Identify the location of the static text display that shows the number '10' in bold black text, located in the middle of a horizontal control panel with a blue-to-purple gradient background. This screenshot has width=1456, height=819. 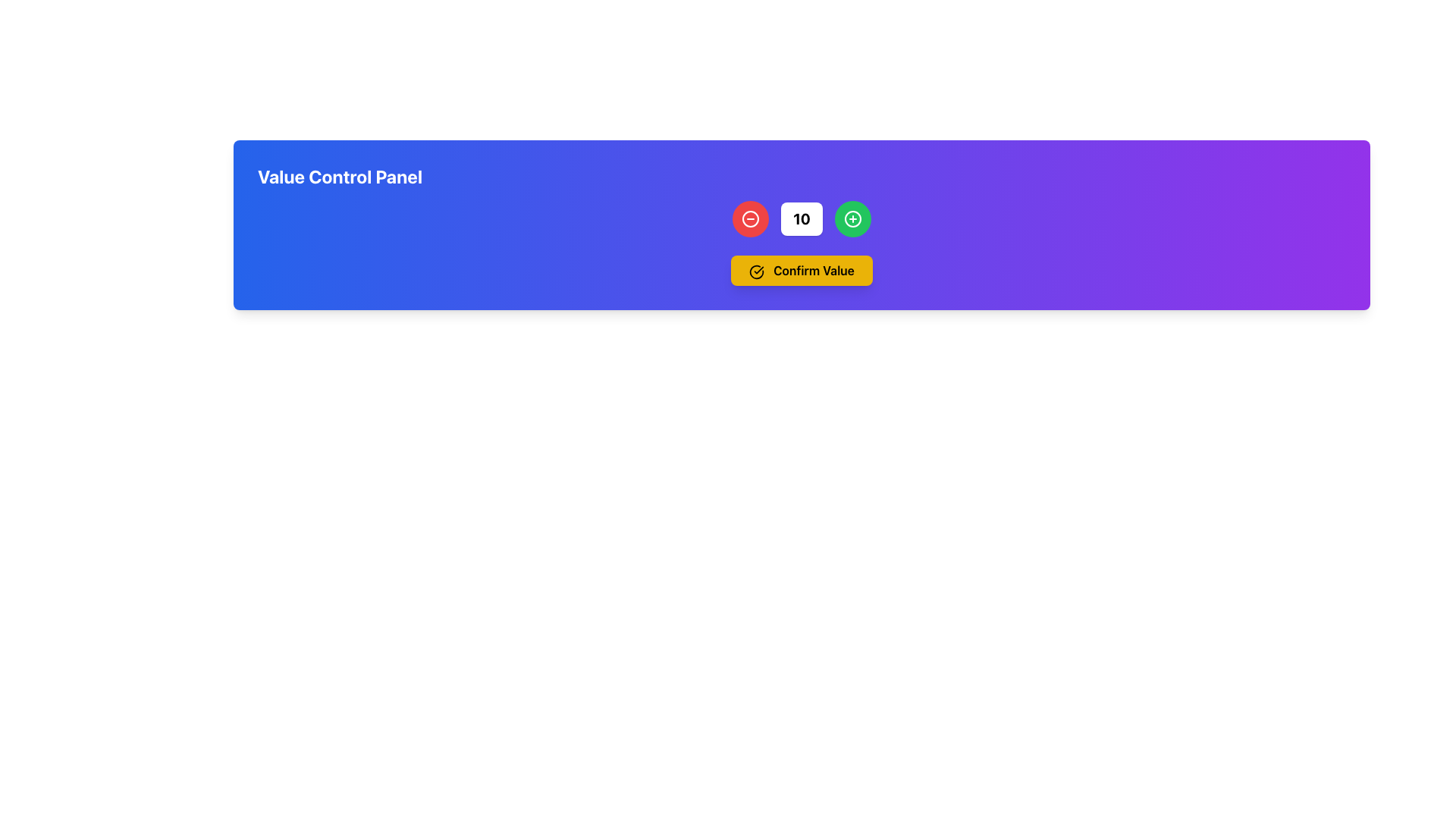
(801, 219).